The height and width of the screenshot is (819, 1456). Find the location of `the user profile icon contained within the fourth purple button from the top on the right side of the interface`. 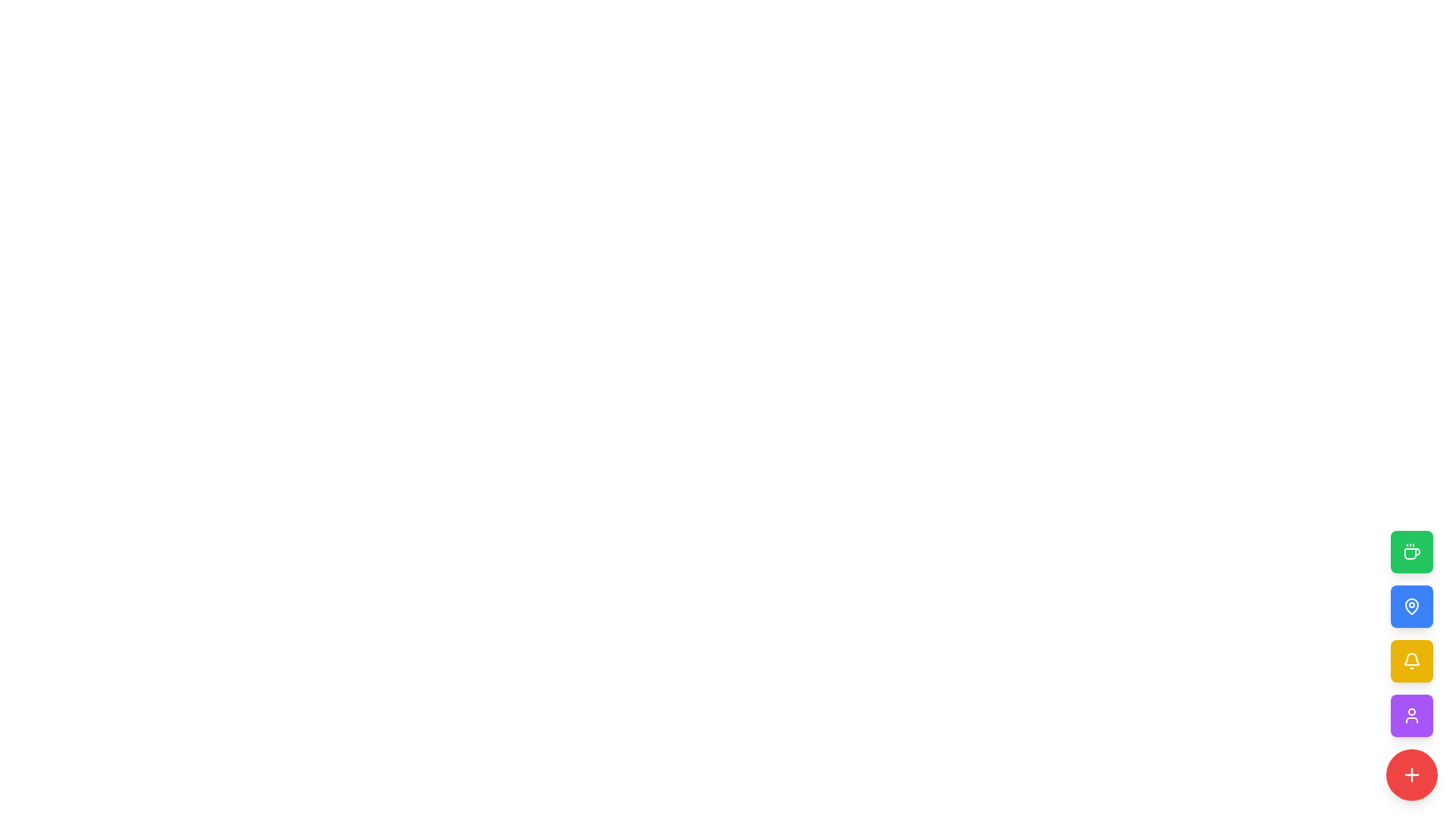

the user profile icon contained within the fourth purple button from the top on the right side of the interface is located at coordinates (1411, 716).